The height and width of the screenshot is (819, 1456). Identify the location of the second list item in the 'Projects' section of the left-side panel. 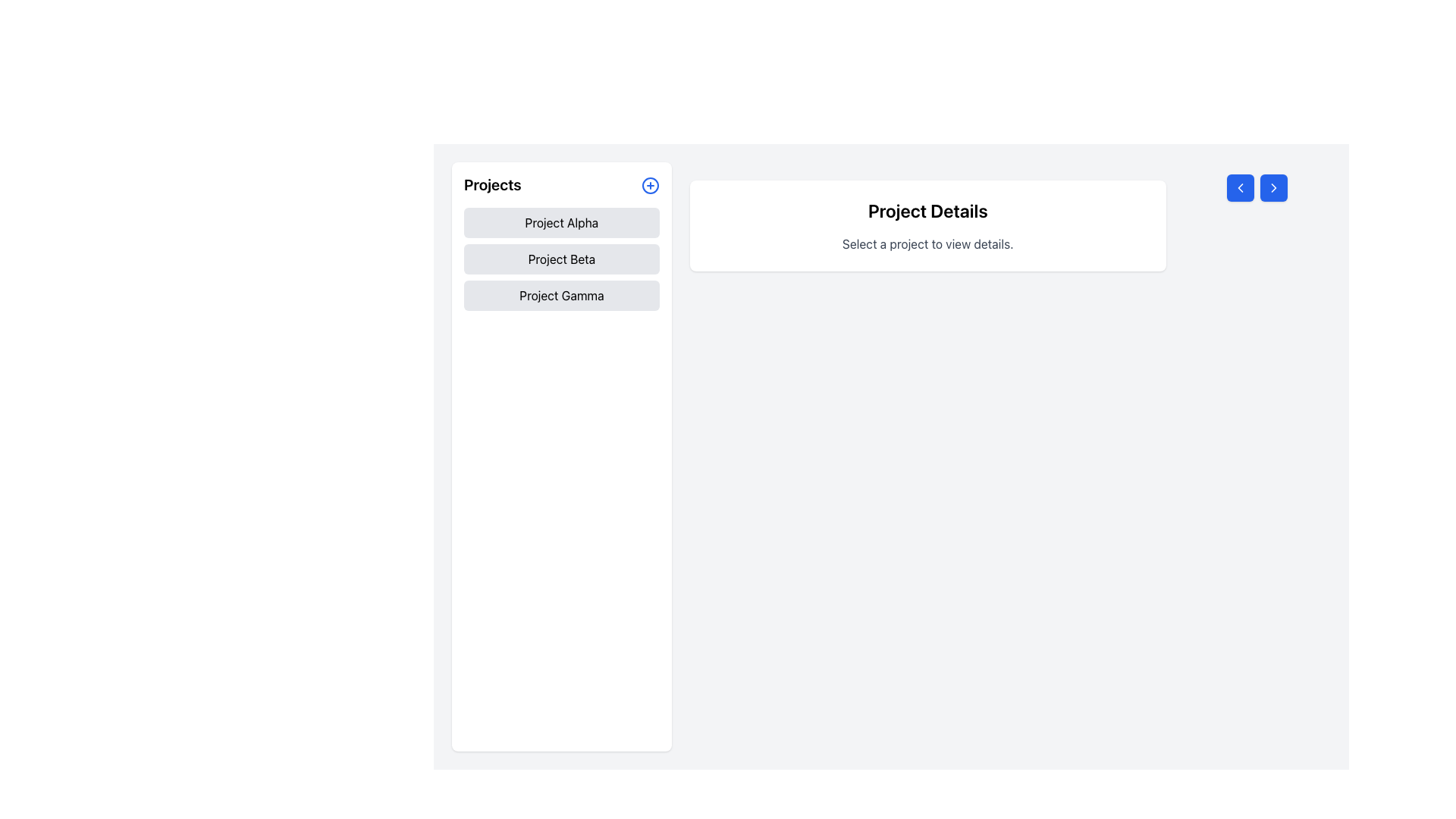
(560, 259).